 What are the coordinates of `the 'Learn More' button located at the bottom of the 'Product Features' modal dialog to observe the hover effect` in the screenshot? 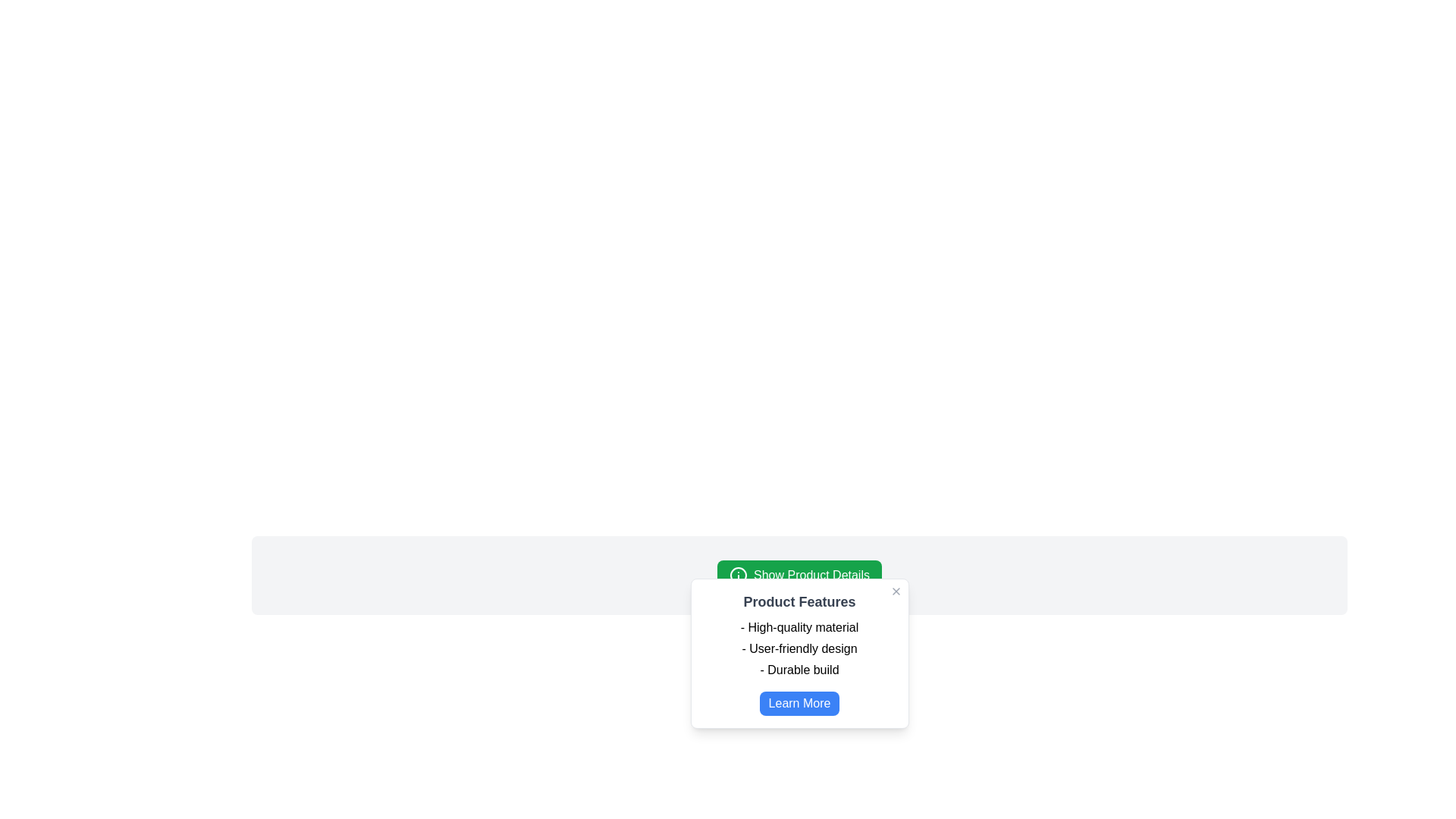 It's located at (799, 704).